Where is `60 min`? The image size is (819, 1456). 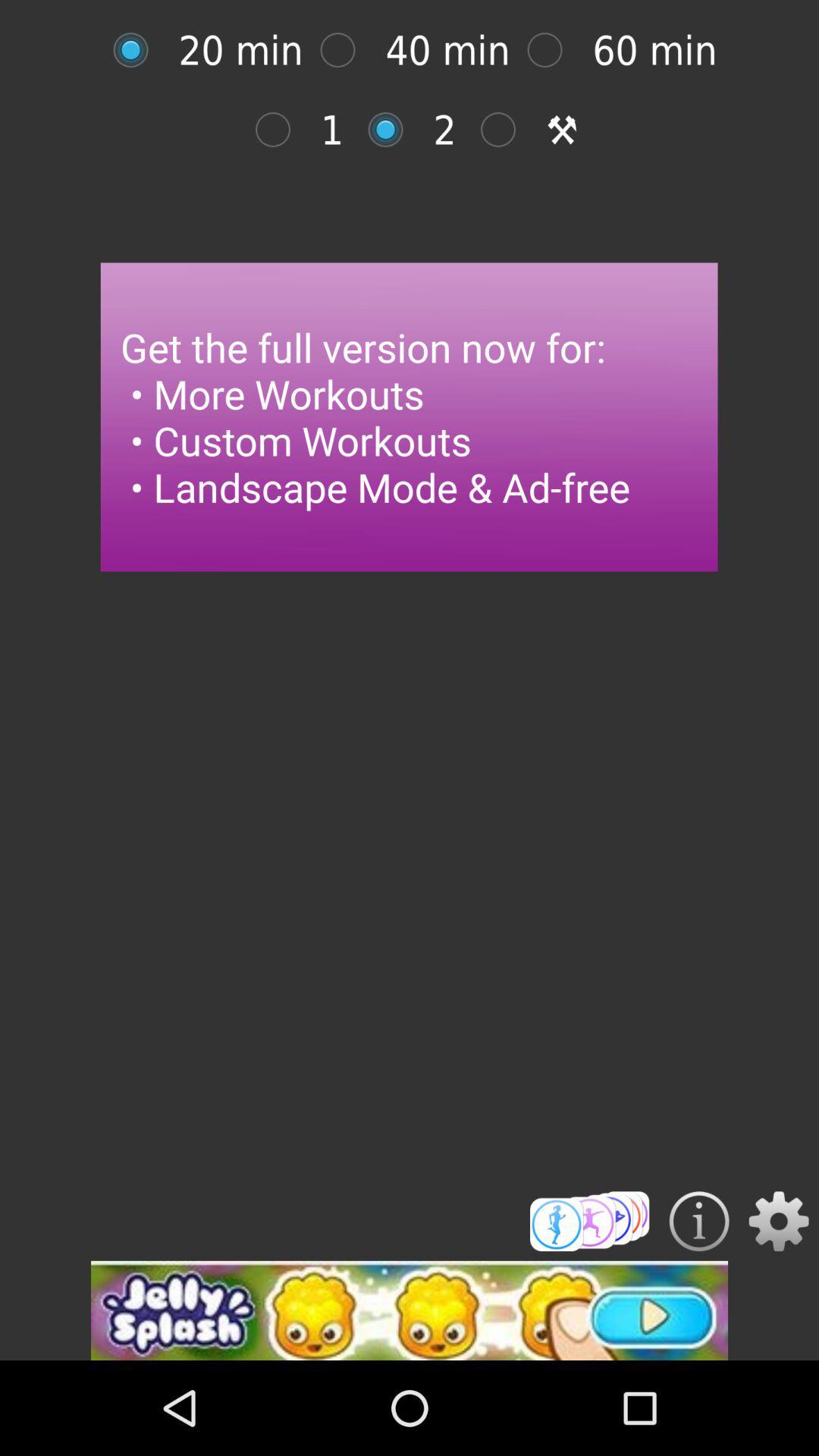
60 min is located at coordinates (553, 50).